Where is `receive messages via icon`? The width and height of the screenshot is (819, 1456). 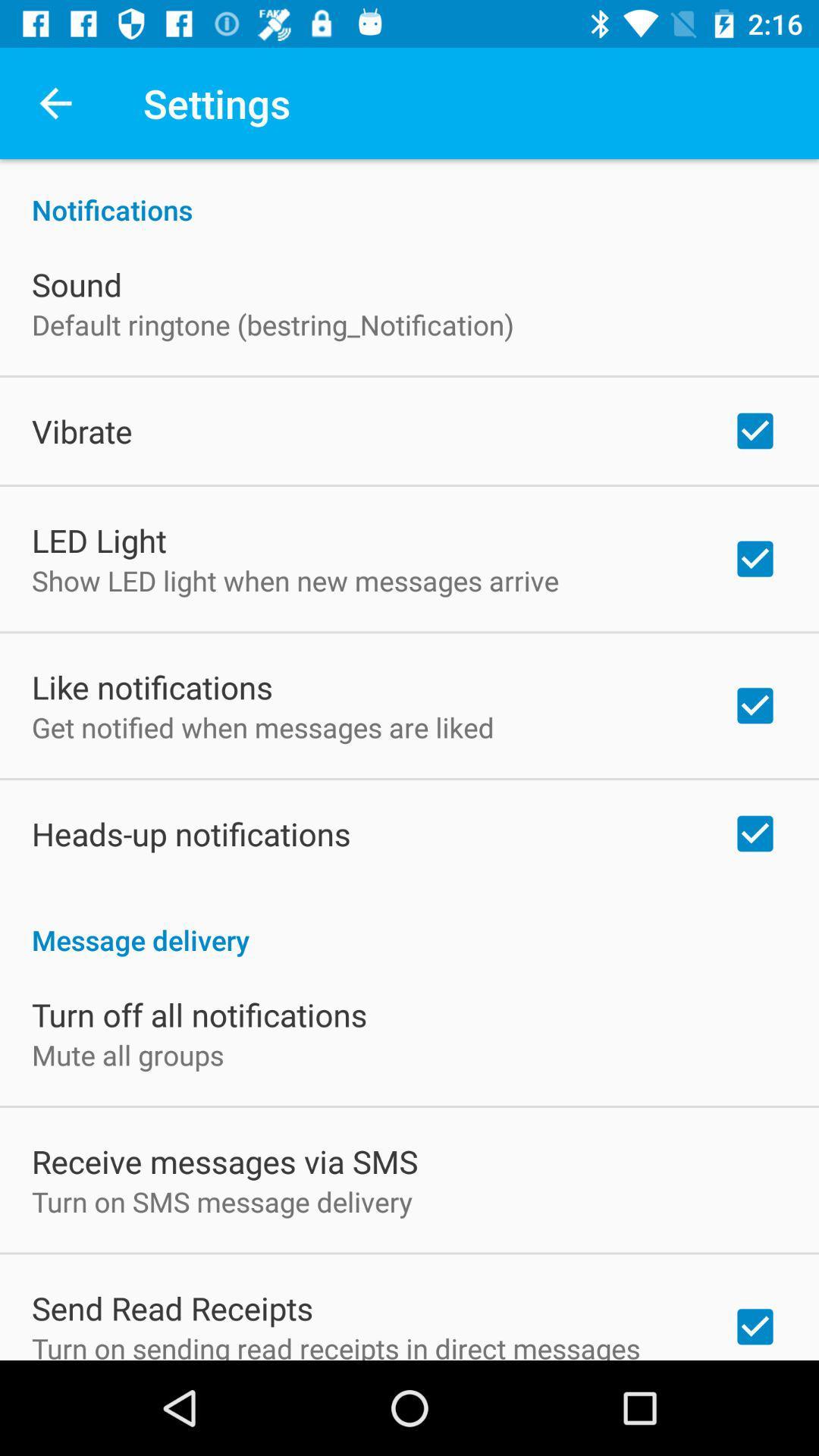
receive messages via icon is located at coordinates (224, 1160).